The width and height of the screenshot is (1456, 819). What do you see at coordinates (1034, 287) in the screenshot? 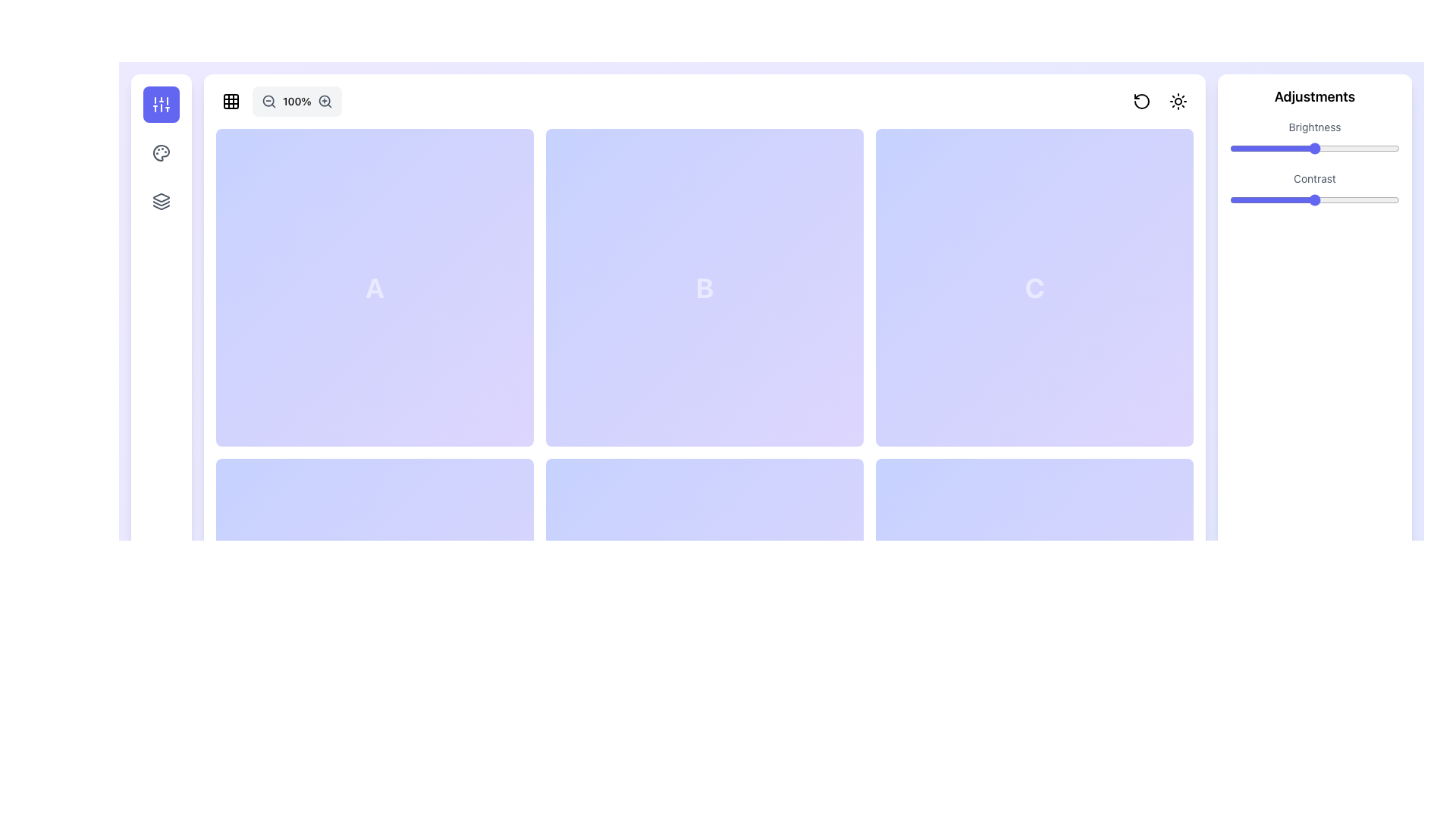
I see `the tile-style button or card in the top-right position of the 3x2 grid layout, which has a gradient background from indigo to violet and features a large white letter 'C' in bold font` at bounding box center [1034, 287].